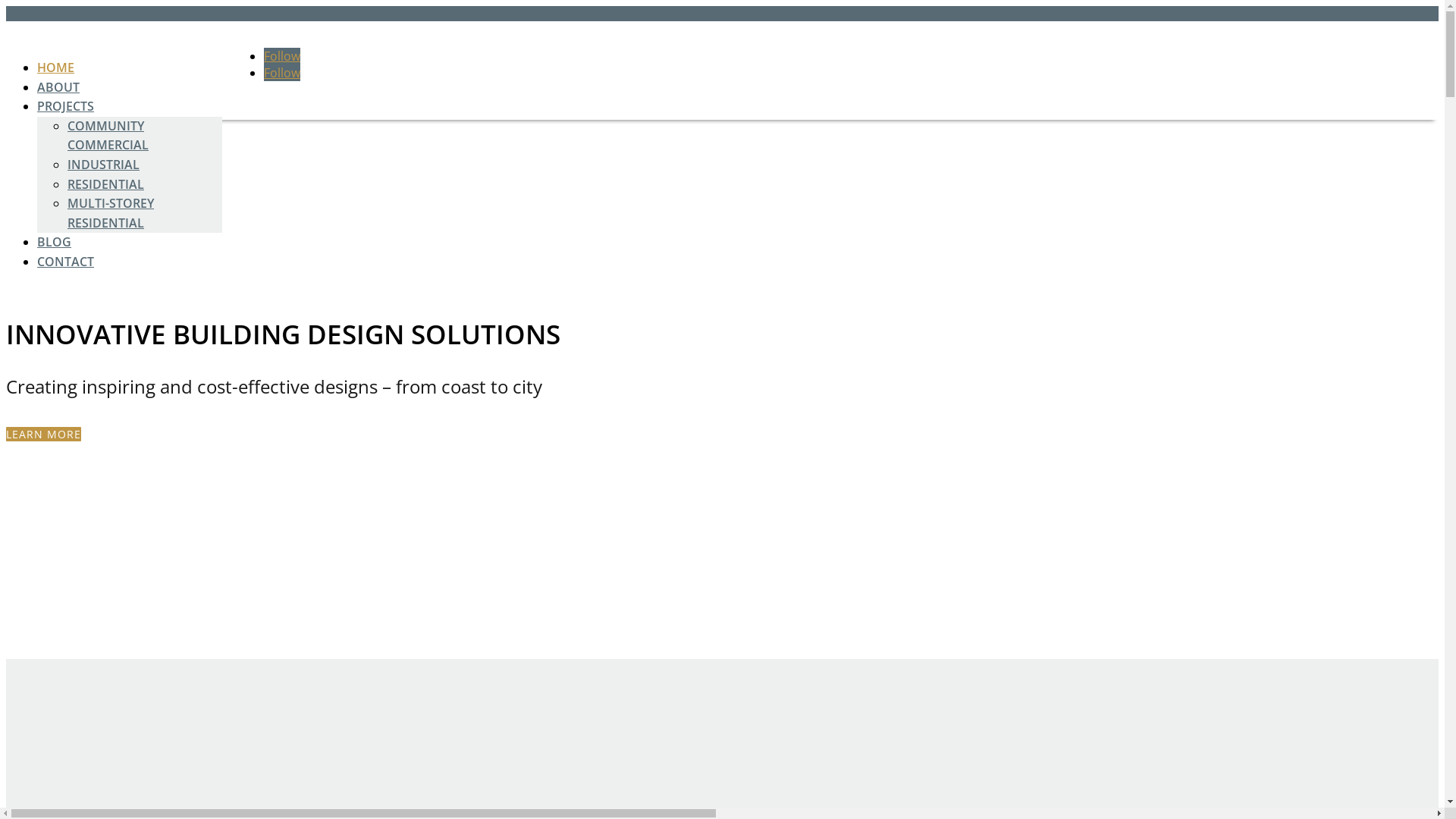 This screenshot has width=1456, height=819. I want to click on 'ABOUT', so click(58, 87).